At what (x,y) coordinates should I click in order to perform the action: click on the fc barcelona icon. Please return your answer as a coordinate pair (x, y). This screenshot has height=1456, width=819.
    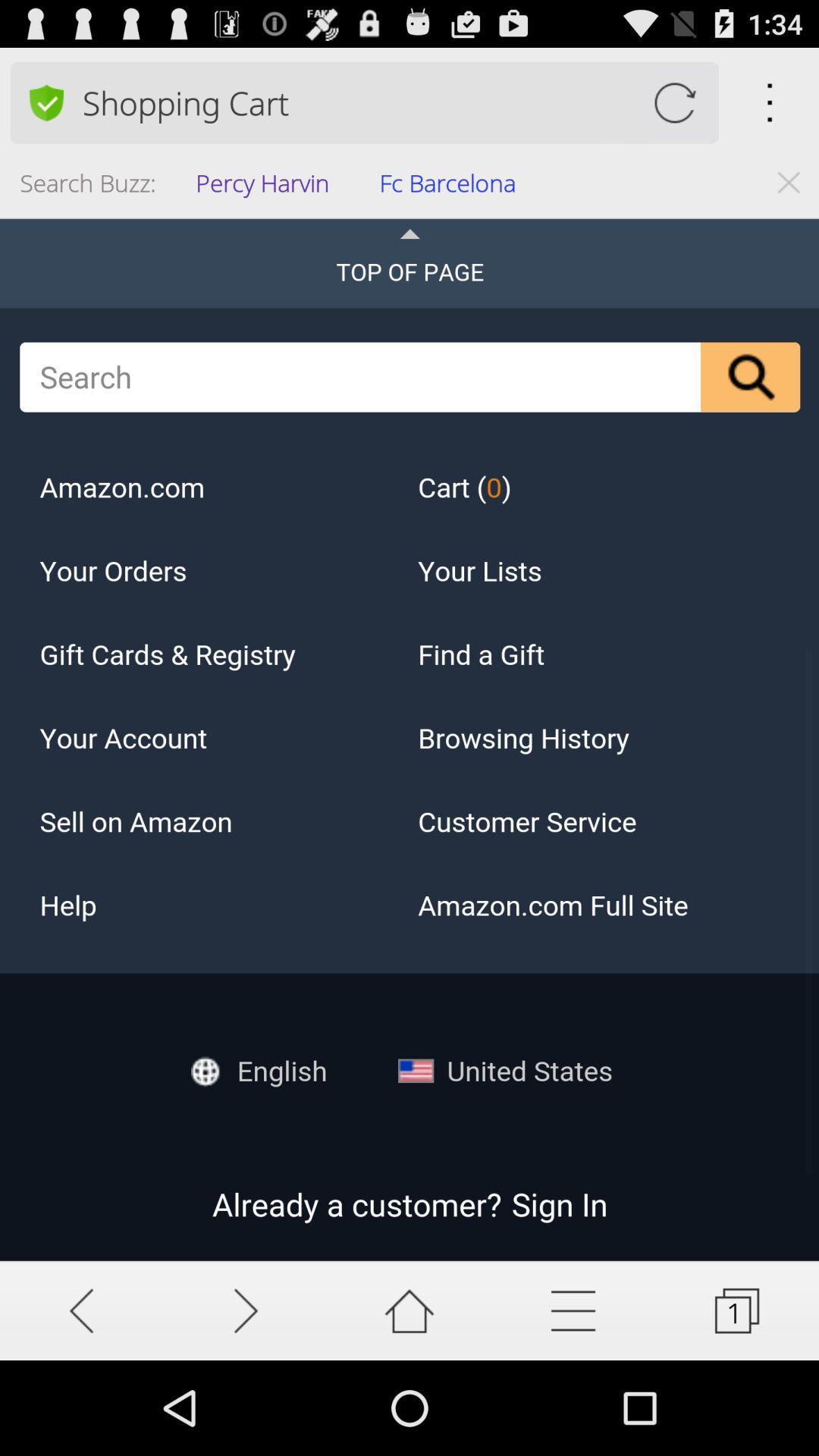
    Looking at the image, I should click on (452, 187).